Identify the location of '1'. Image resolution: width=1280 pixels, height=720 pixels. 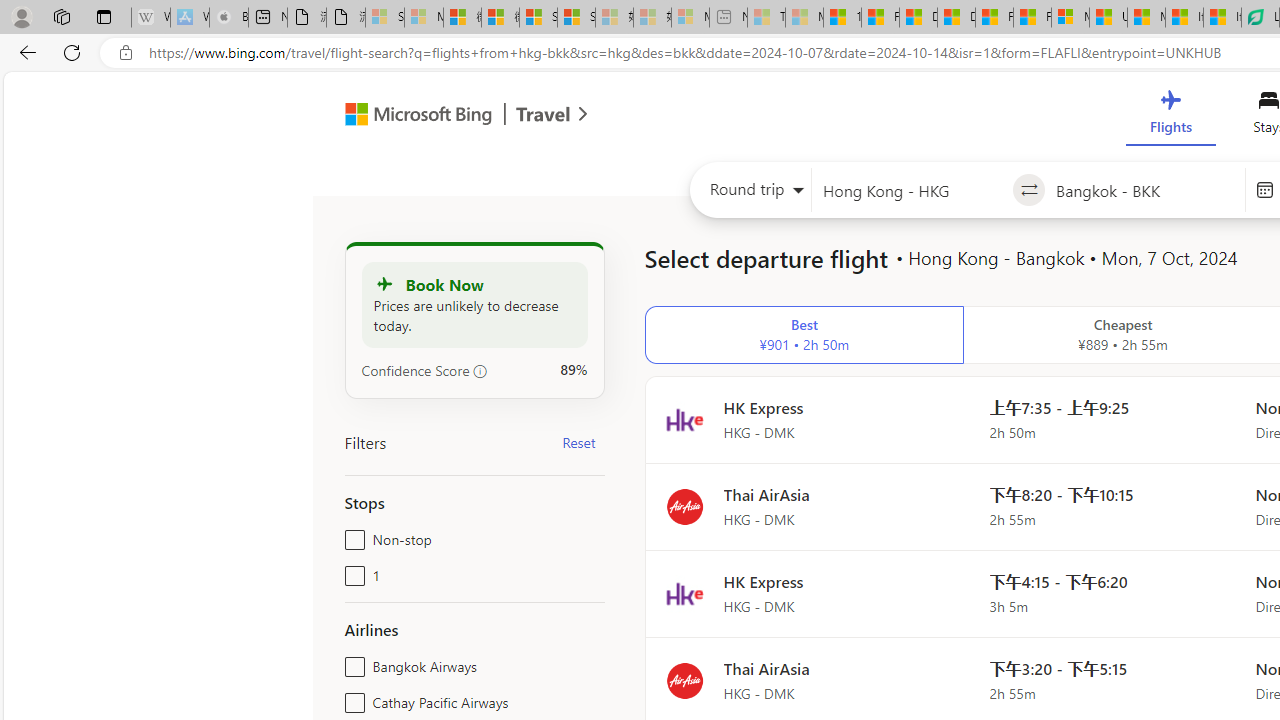
(351, 572).